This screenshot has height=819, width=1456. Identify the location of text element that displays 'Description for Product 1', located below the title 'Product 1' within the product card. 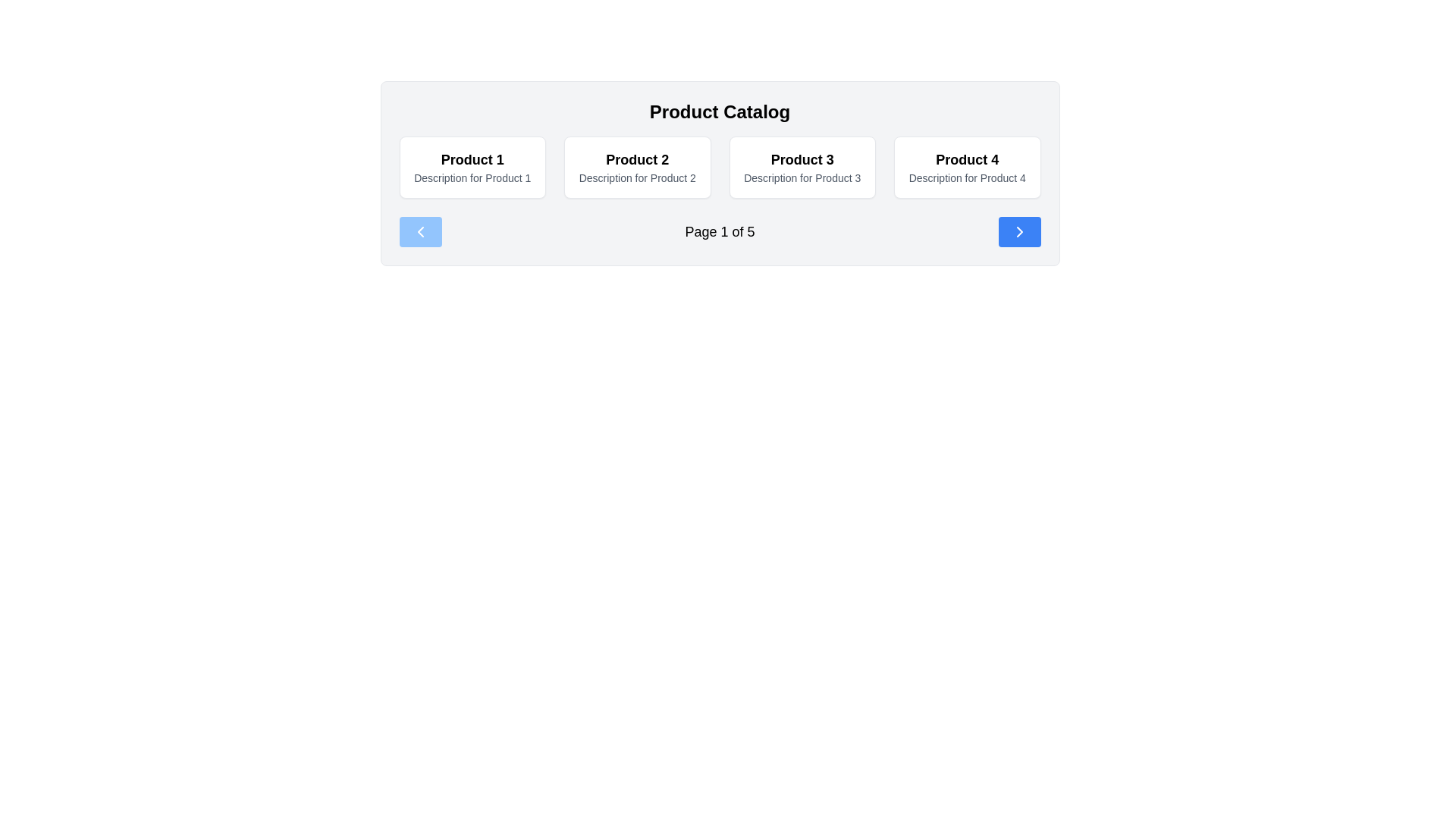
(472, 177).